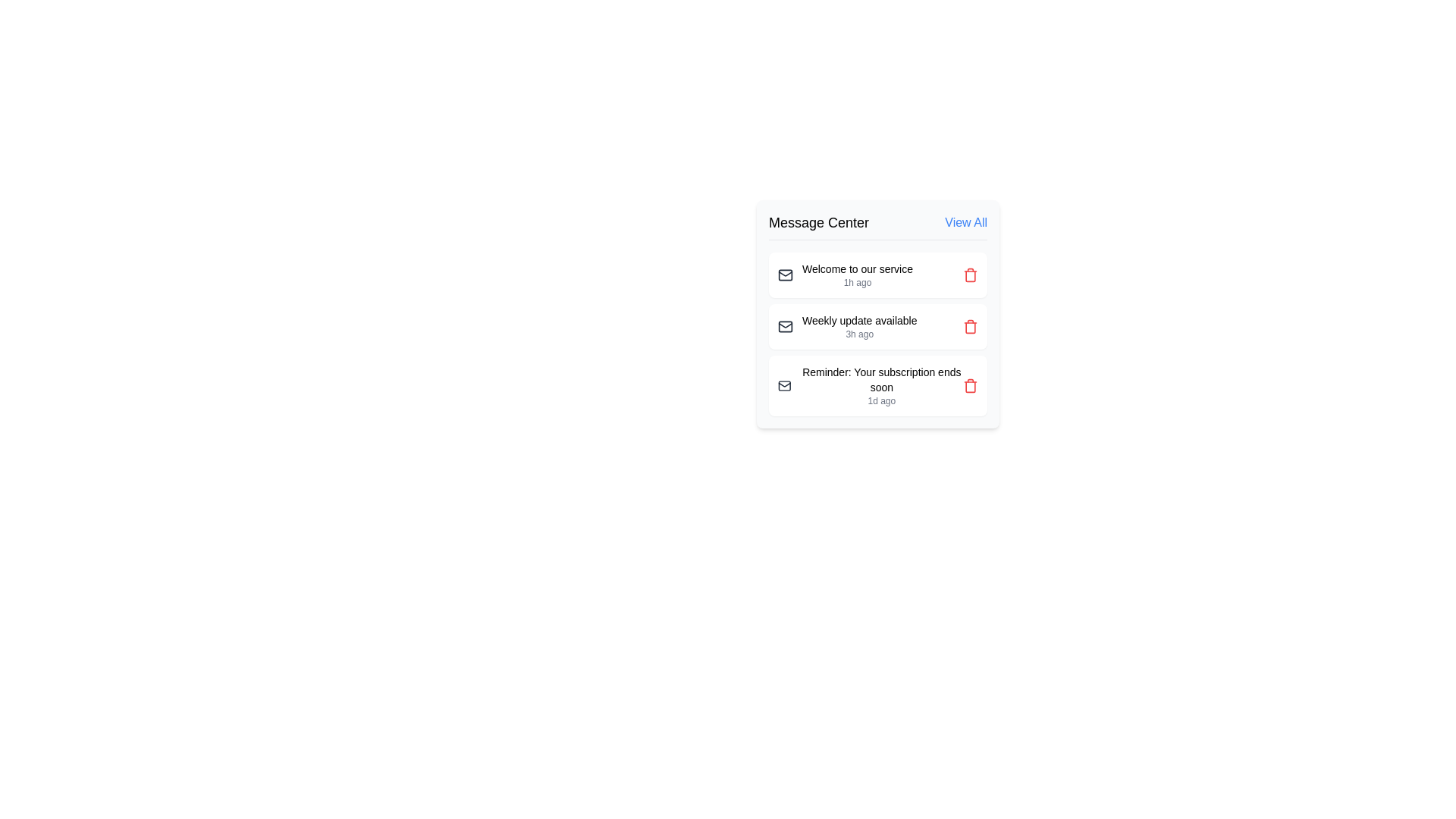 This screenshot has height=819, width=1456. I want to click on the main body of the trash can icon, which is part of the SVG representation indicating a delete action for the notification titled 'Weekly update available' in the second entry of the notifications list, so click(971, 327).